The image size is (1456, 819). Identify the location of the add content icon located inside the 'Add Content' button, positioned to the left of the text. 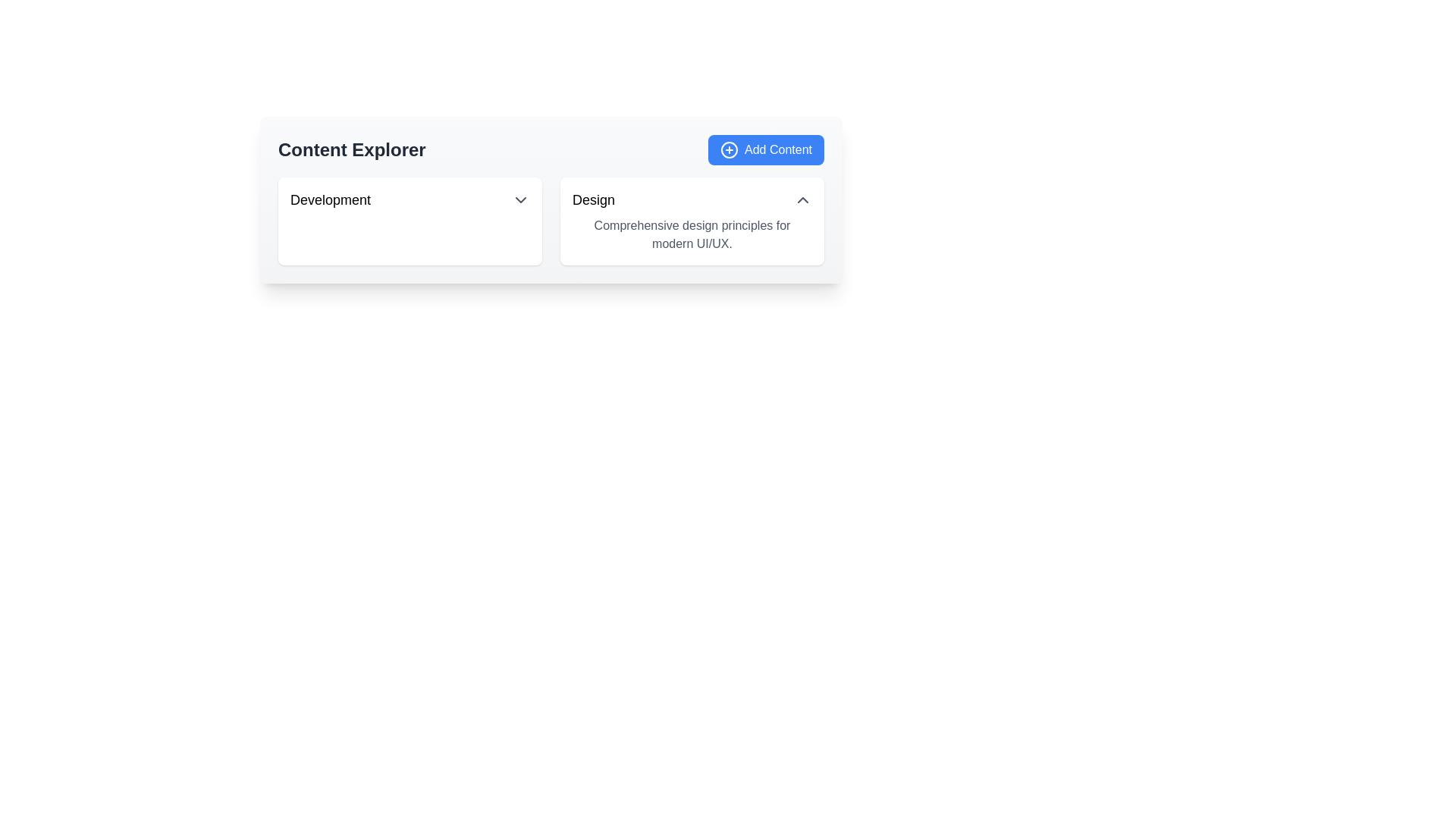
(729, 149).